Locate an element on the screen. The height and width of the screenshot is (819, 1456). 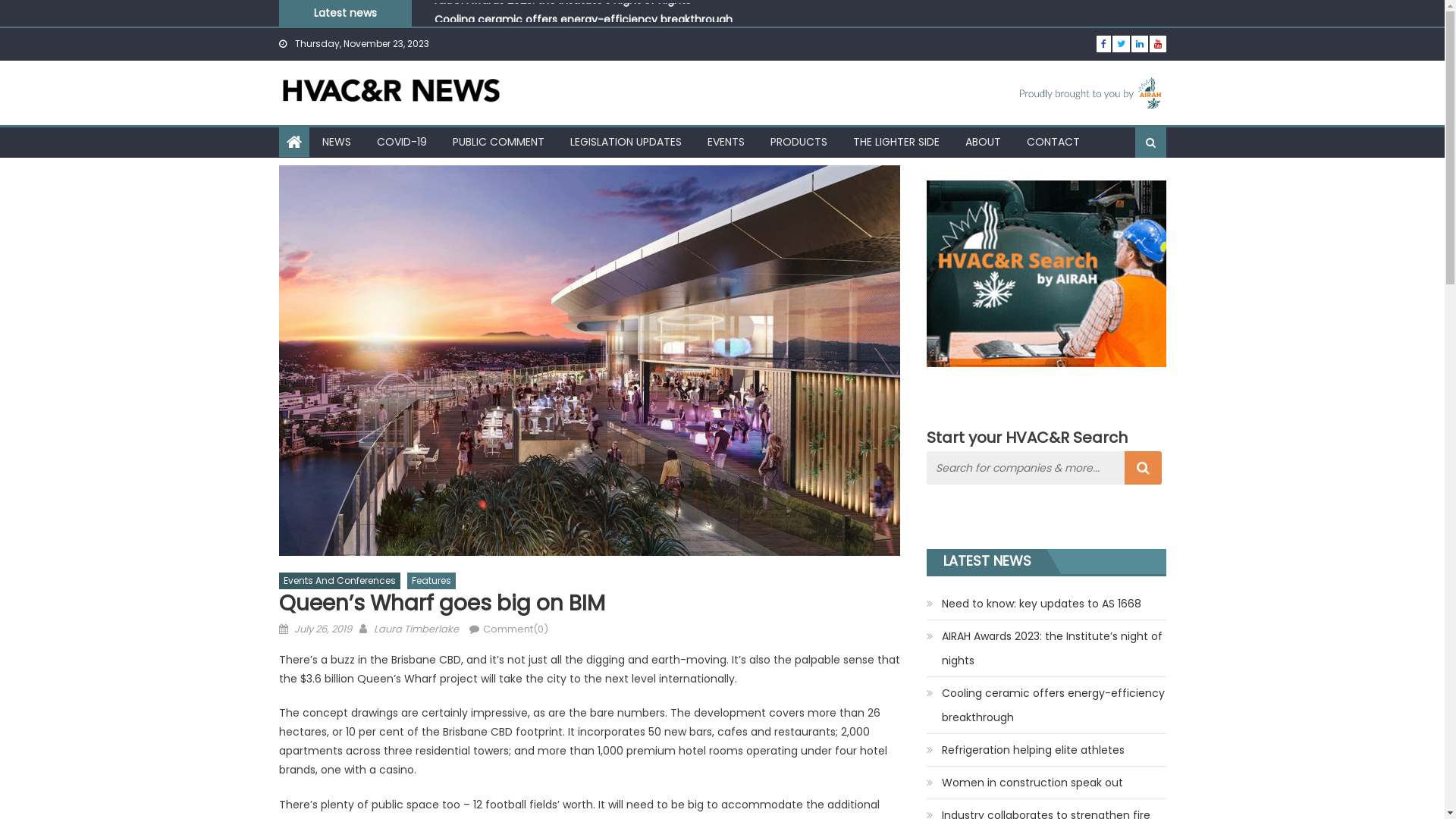
'COVID-19' is located at coordinates (365, 141).